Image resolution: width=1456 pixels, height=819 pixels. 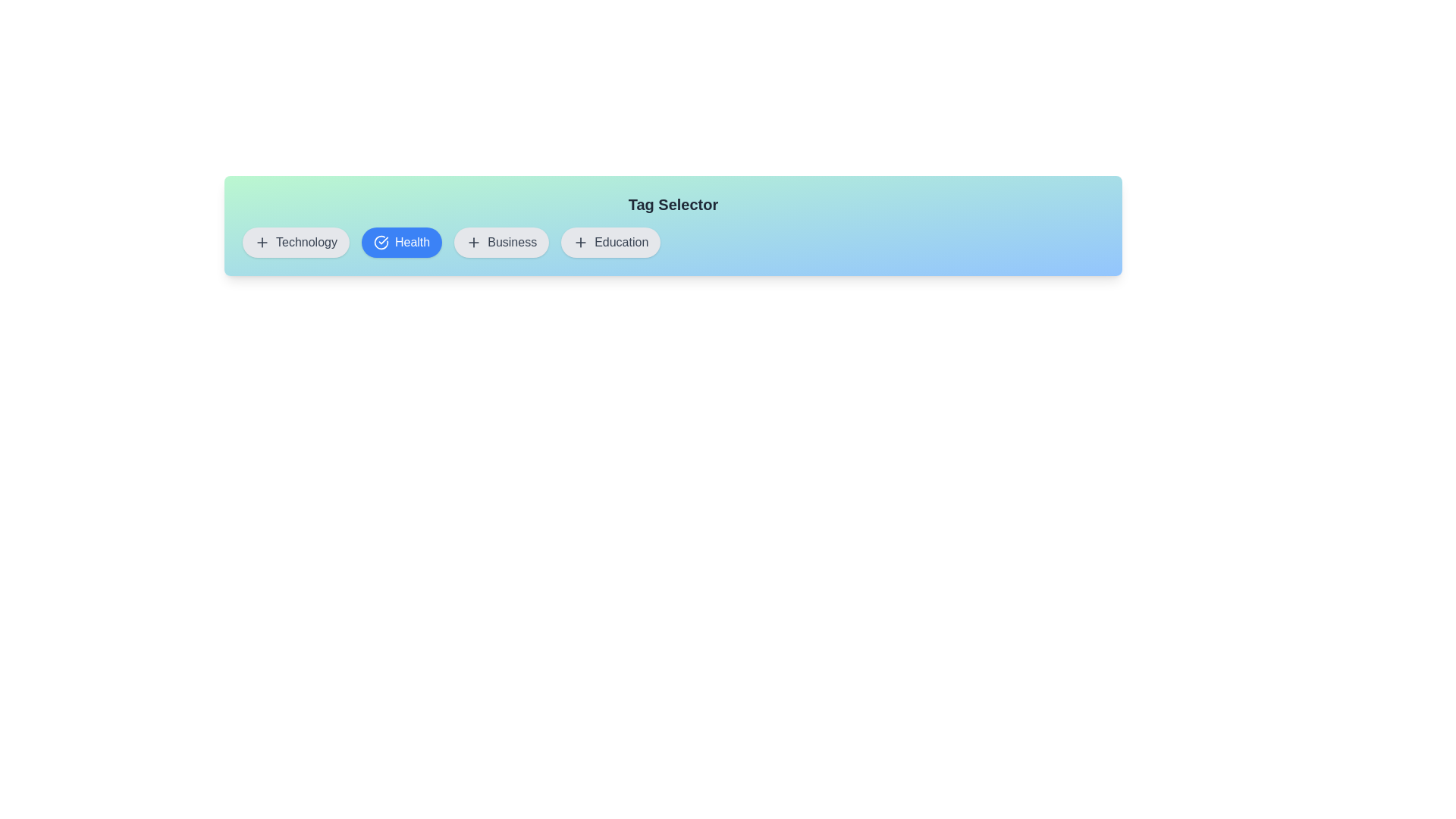 I want to click on the button labeled Business, so click(x=501, y=242).